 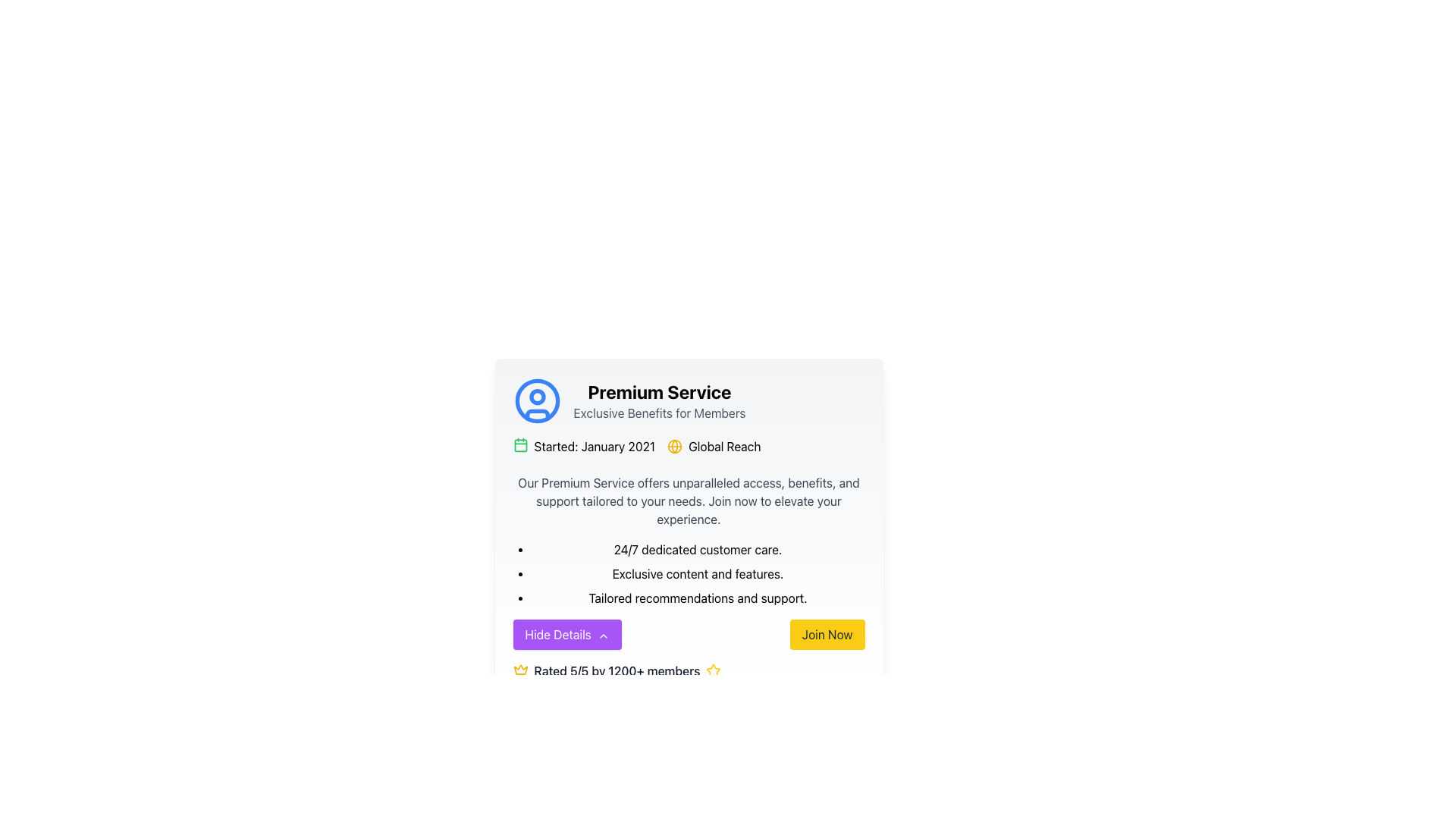 What do you see at coordinates (697, 550) in the screenshot?
I see `the static text element that reads '24/7 dedicated customer care.' which is the first item in a bullet-point list positioned in the central panel of the interface` at bounding box center [697, 550].